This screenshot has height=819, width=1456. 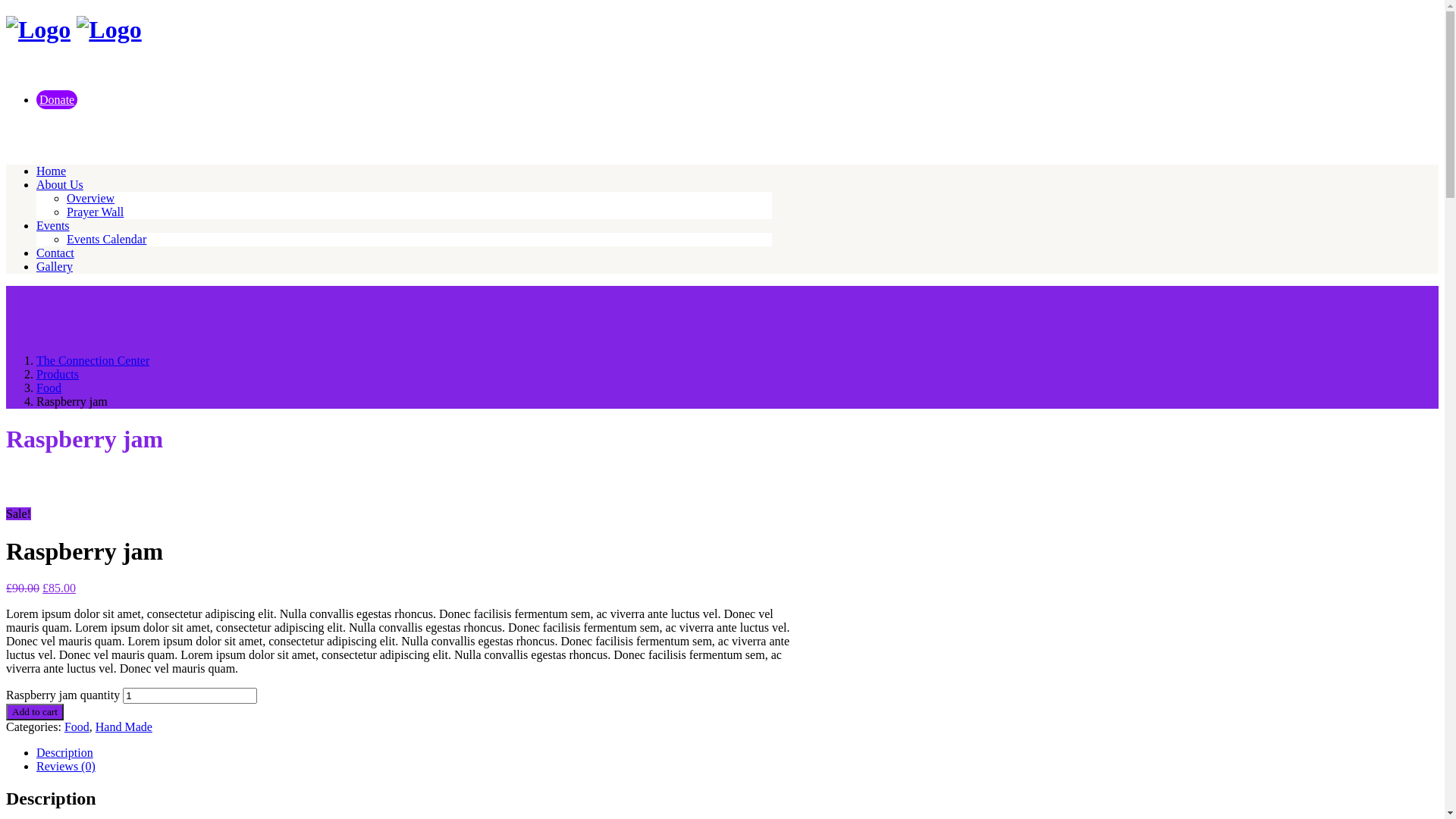 I want to click on 'Description', so click(x=64, y=752).